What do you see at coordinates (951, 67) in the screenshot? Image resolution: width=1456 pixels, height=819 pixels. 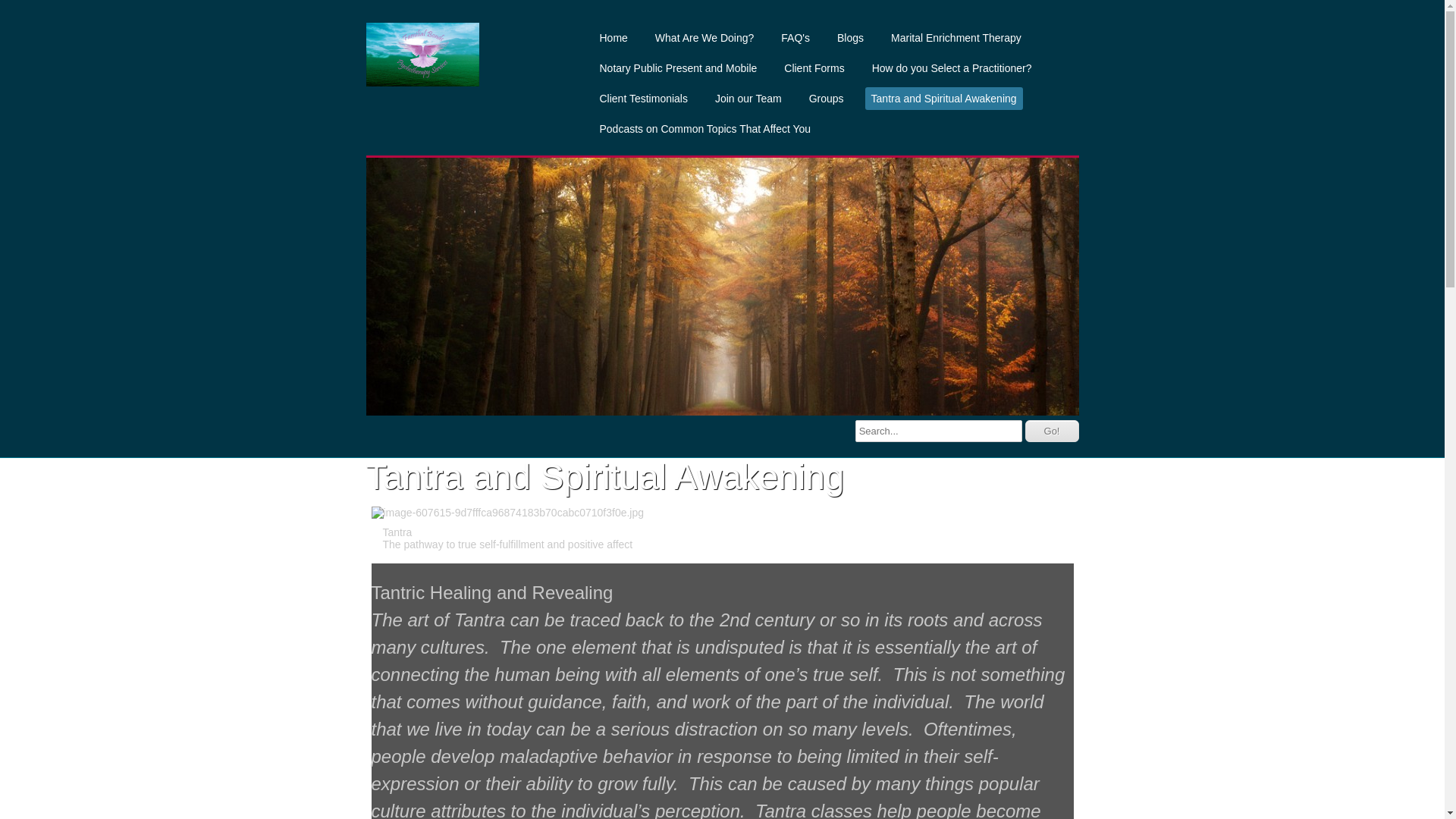 I see `'How do you Select a Practitioner?'` at bounding box center [951, 67].